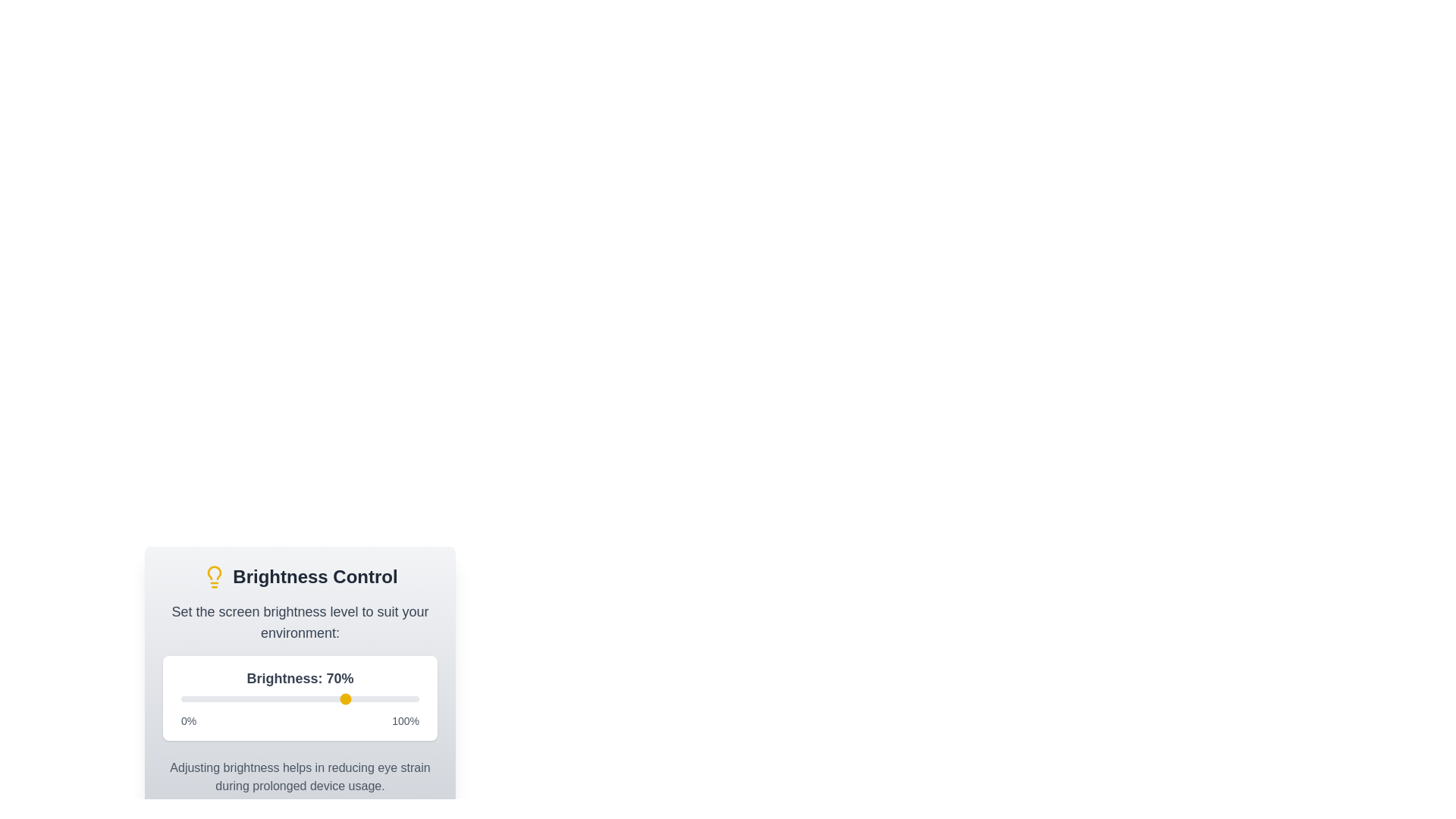 The height and width of the screenshot is (819, 1456). Describe the element at coordinates (391, 698) in the screenshot. I see `the brightness slider to 88%` at that location.